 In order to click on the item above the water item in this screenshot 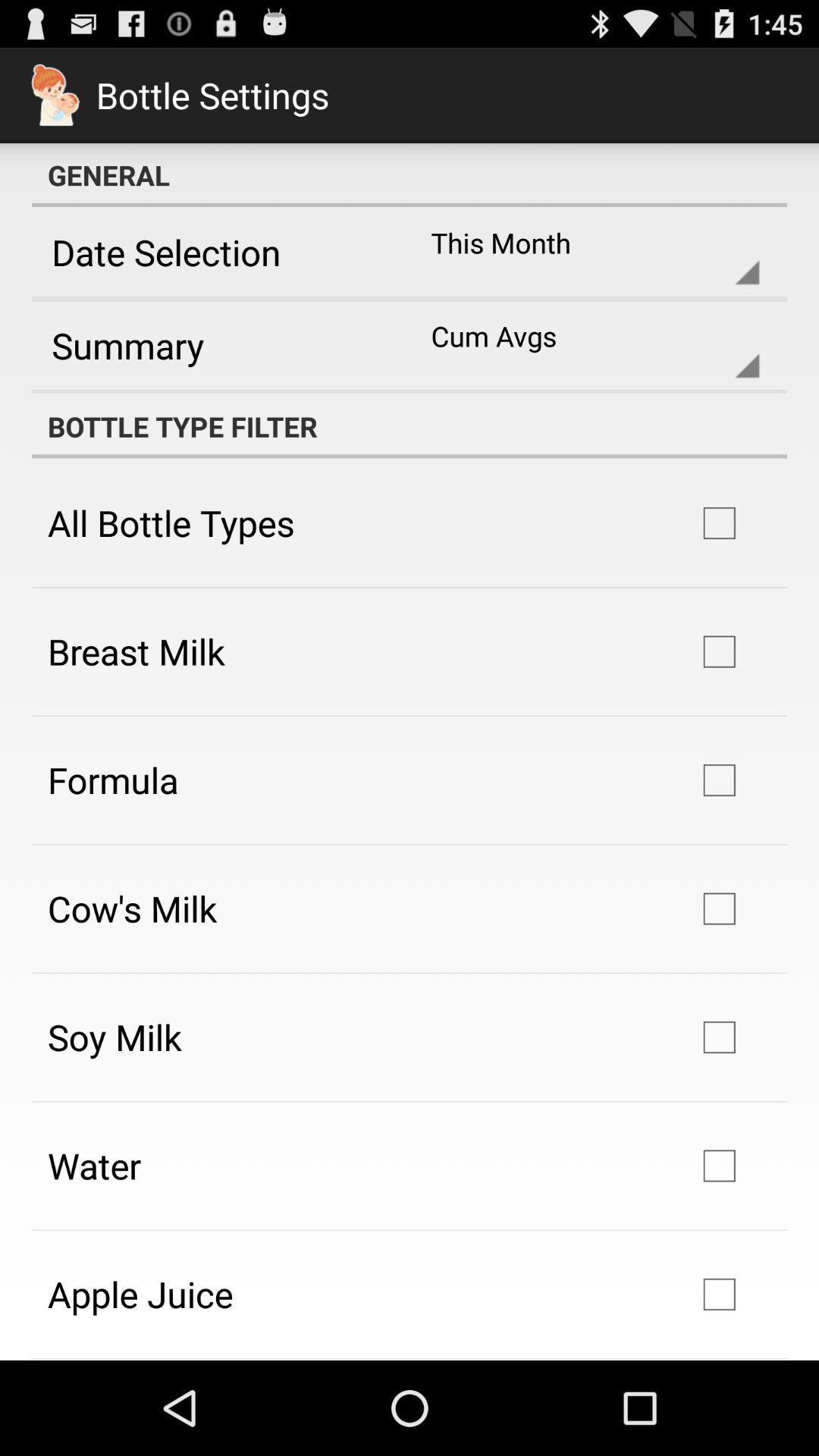, I will do `click(114, 1036)`.